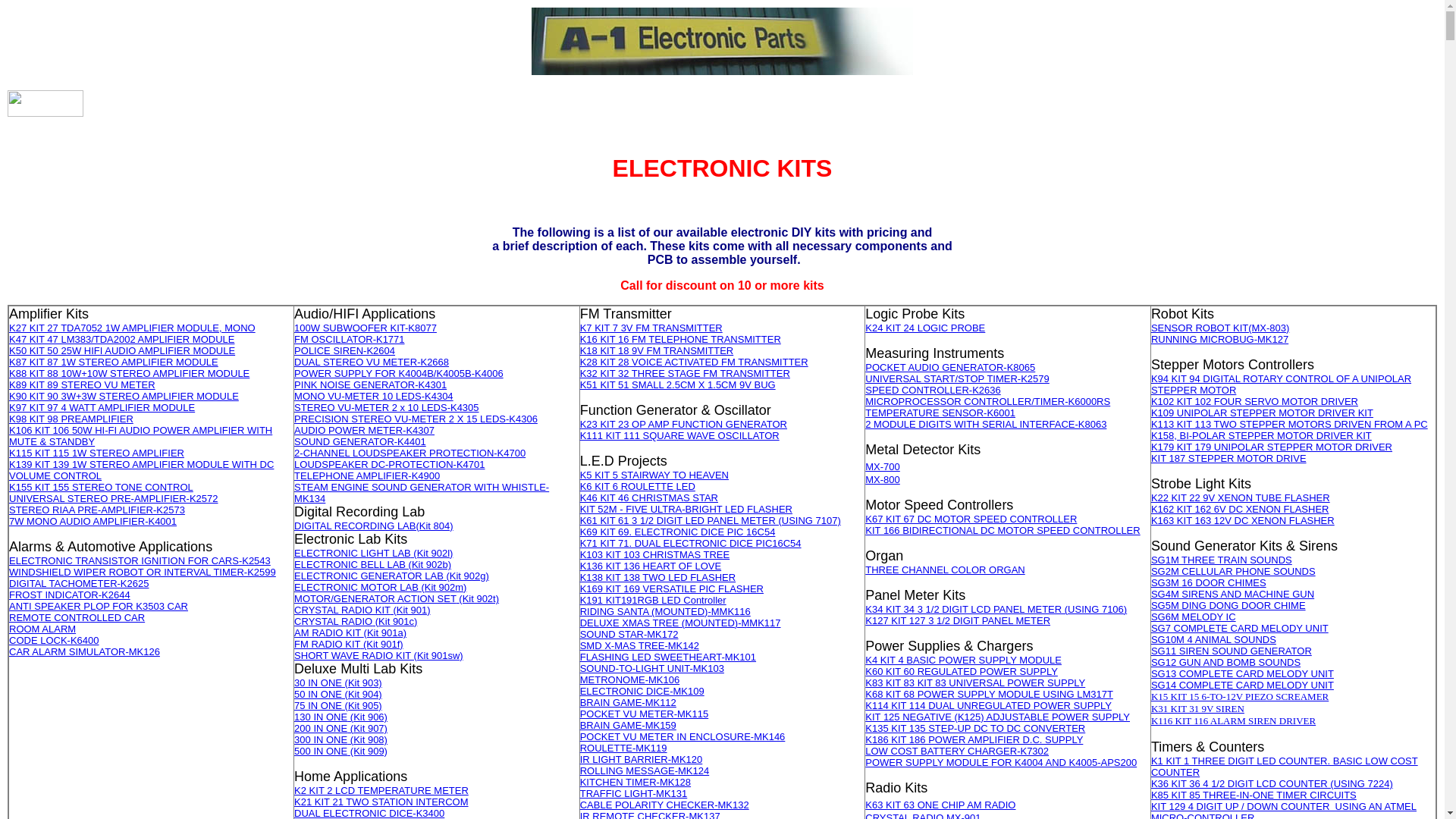 This screenshot has height=819, width=1456. What do you see at coordinates (365, 326) in the screenshot?
I see `'100W SUBWOOFER KIT-K8077'` at bounding box center [365, 326].